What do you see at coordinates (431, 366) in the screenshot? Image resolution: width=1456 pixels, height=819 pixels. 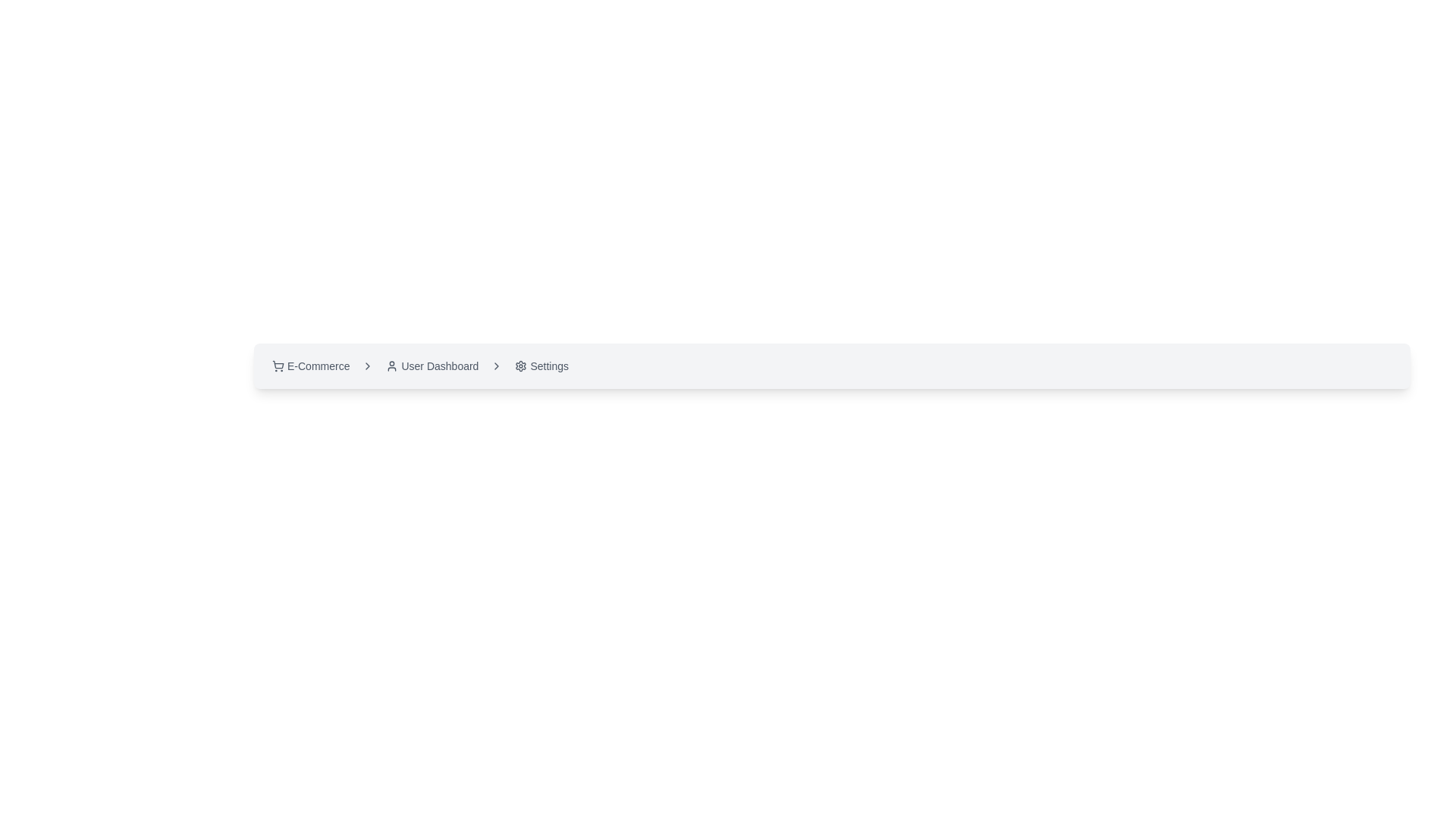 I see `the 'User Dashboard' button, which has an icon of a person on the left and is styled with rounded edges` at bounding box center [431, 366].